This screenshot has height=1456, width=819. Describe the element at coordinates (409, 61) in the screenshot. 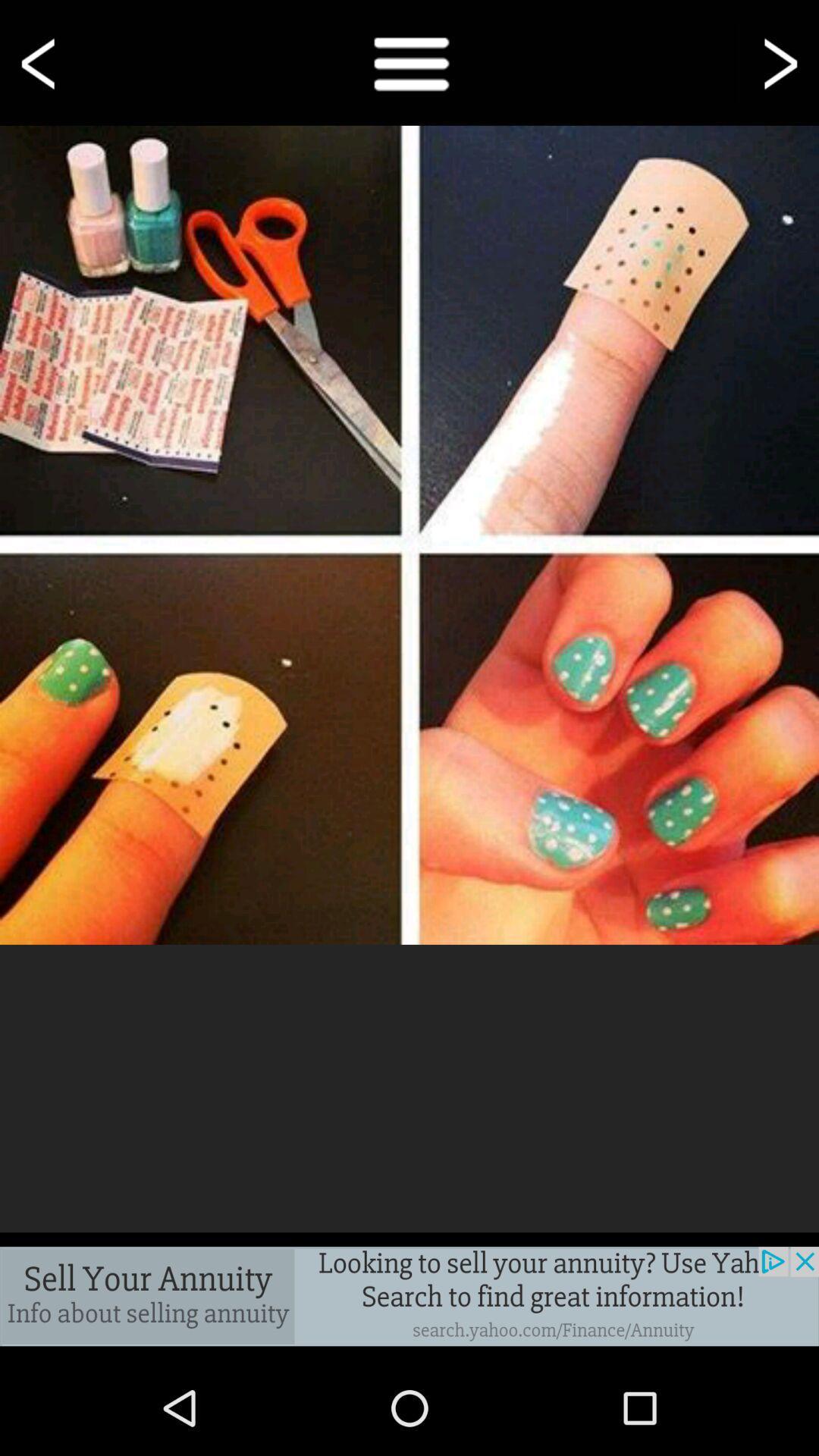

I see `open menu` at that location.